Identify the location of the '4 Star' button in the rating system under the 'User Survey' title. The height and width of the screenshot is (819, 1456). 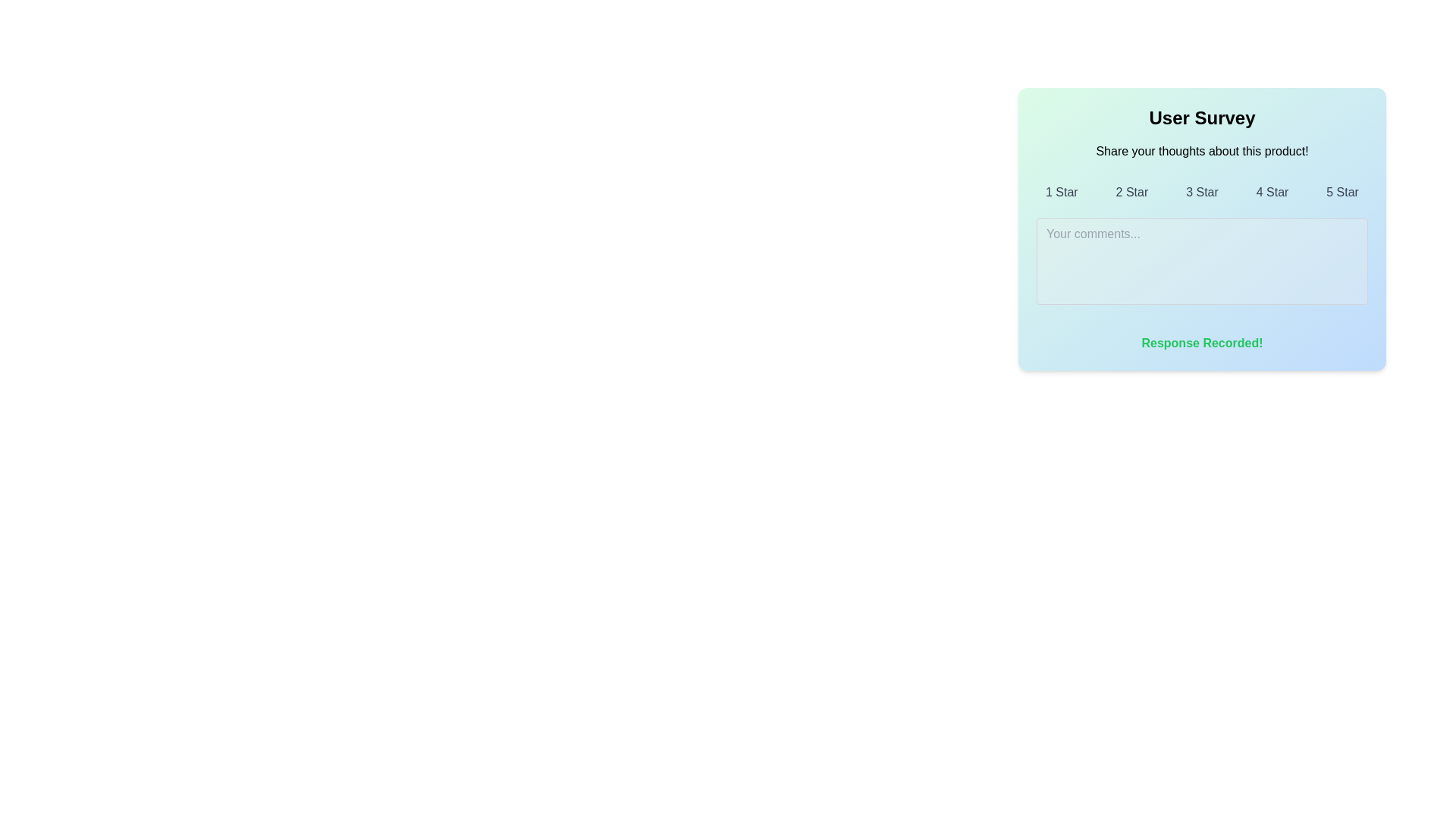
(1272, 192).